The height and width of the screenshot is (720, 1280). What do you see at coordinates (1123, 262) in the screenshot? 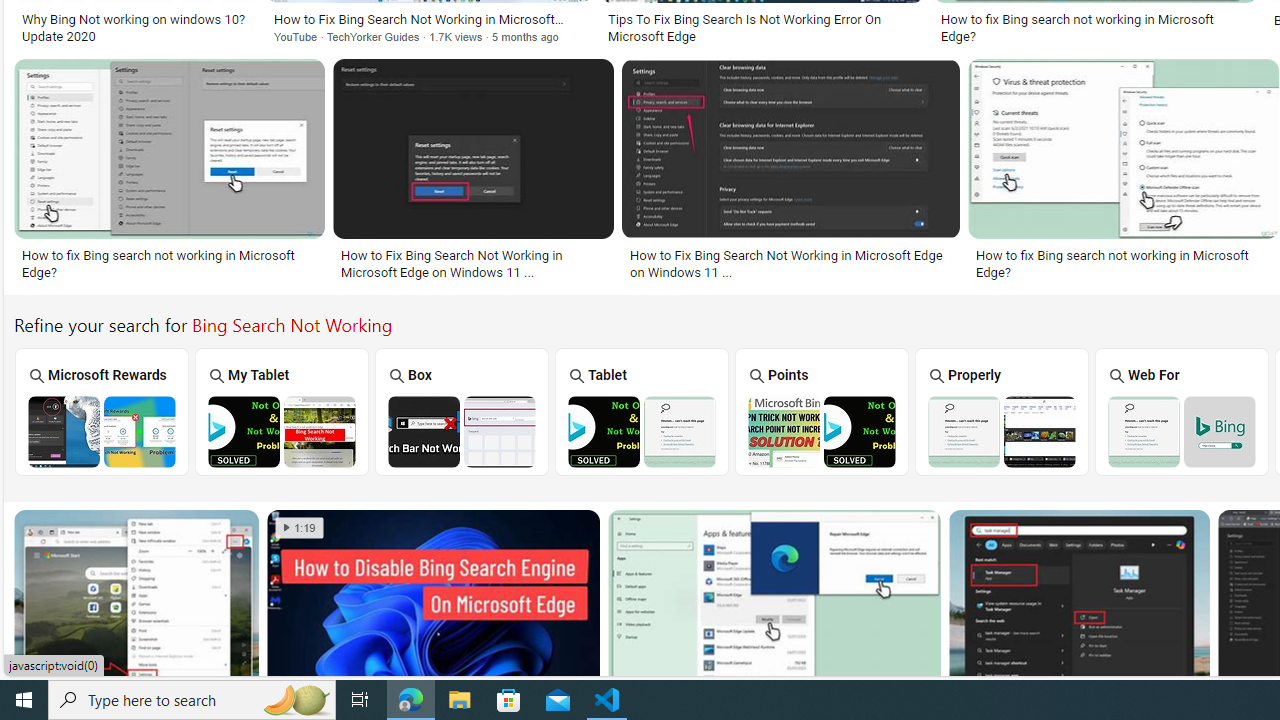
I see `'How to fix Bing search not working in Microsoft Edge?'` at bounding box center [1123, 262].